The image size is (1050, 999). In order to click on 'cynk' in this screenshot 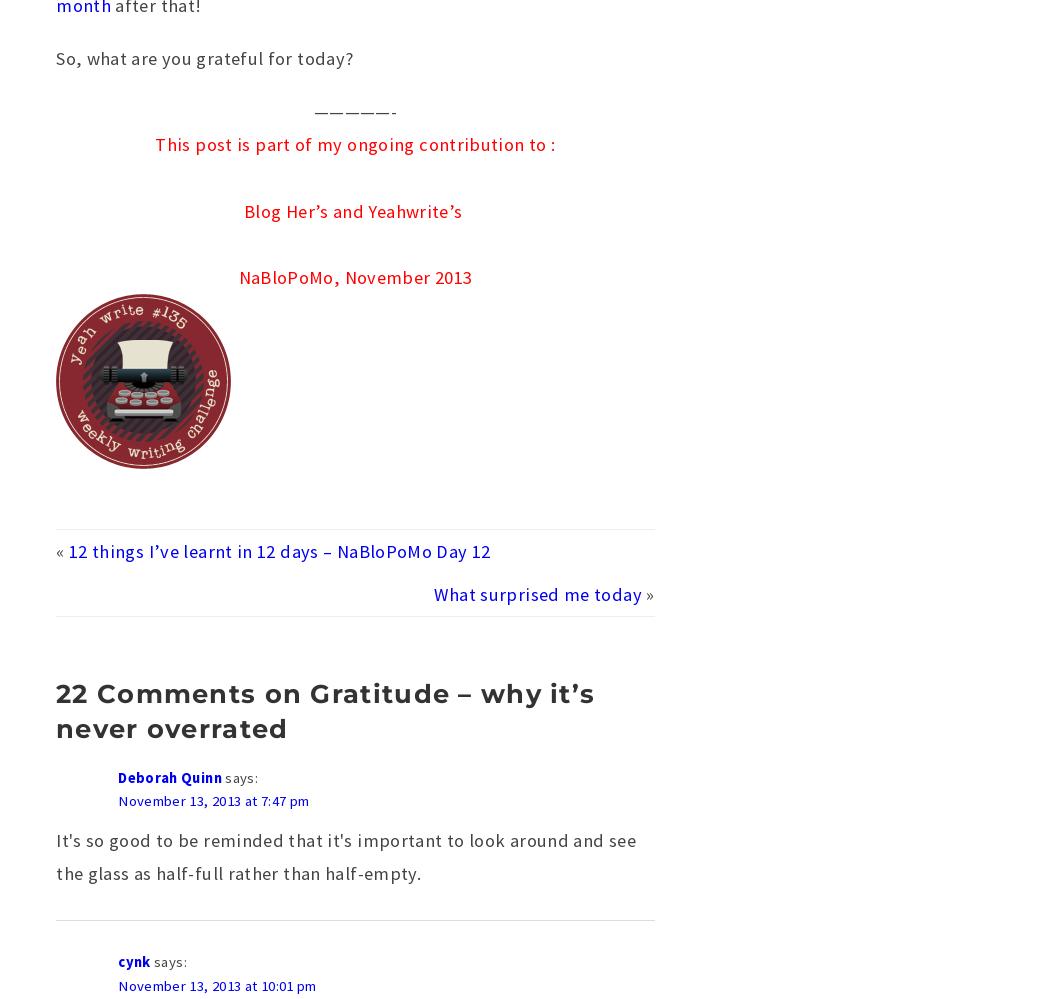, I will do `click(117, 961)`.